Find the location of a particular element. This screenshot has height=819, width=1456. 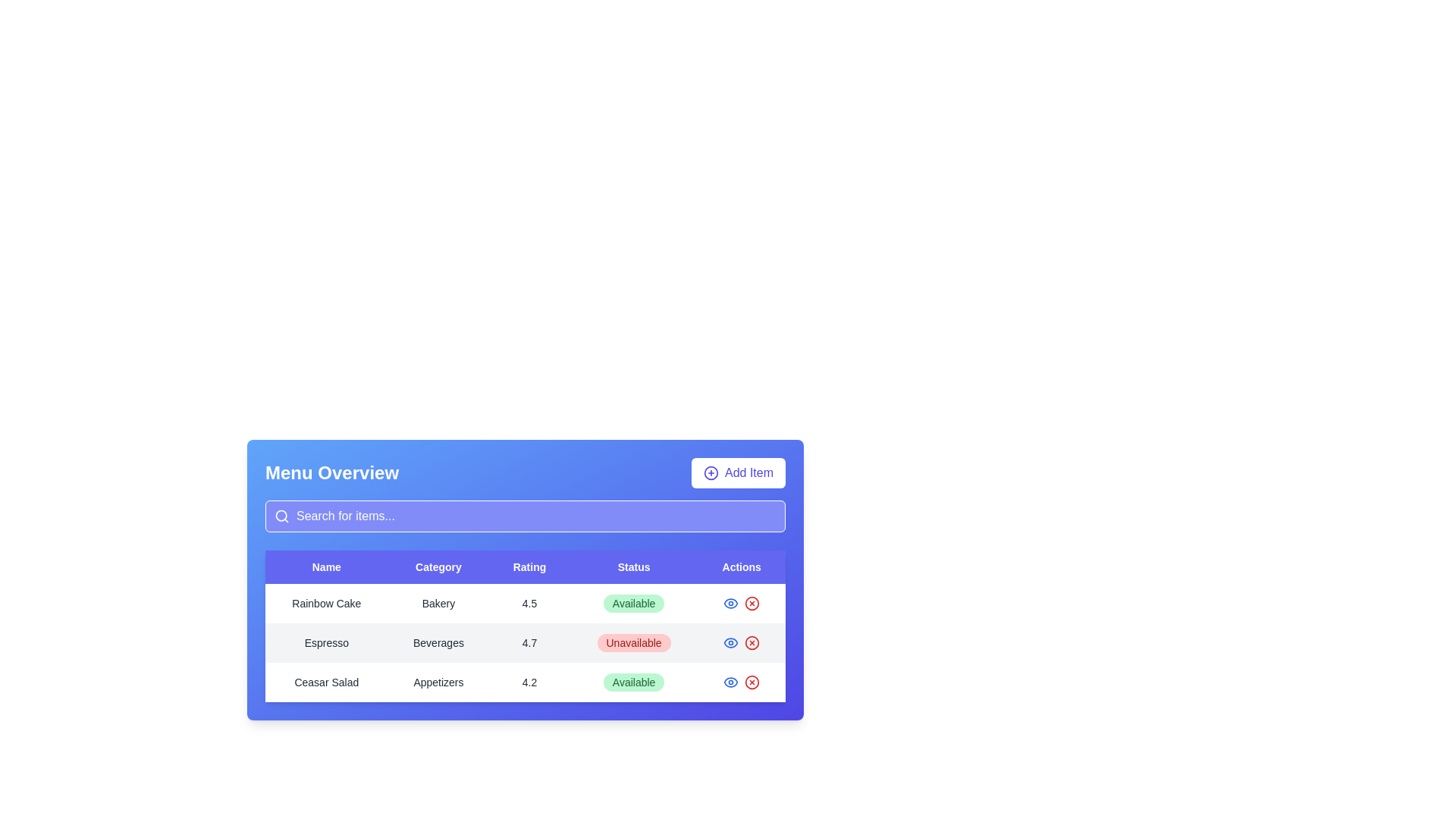

the 'Available' status label, which has a rounded appearance, a green background, and dark green text, positioned under the 'Status' column for the 'Rainbow Cake' entry is located at coordinates (634, 602).